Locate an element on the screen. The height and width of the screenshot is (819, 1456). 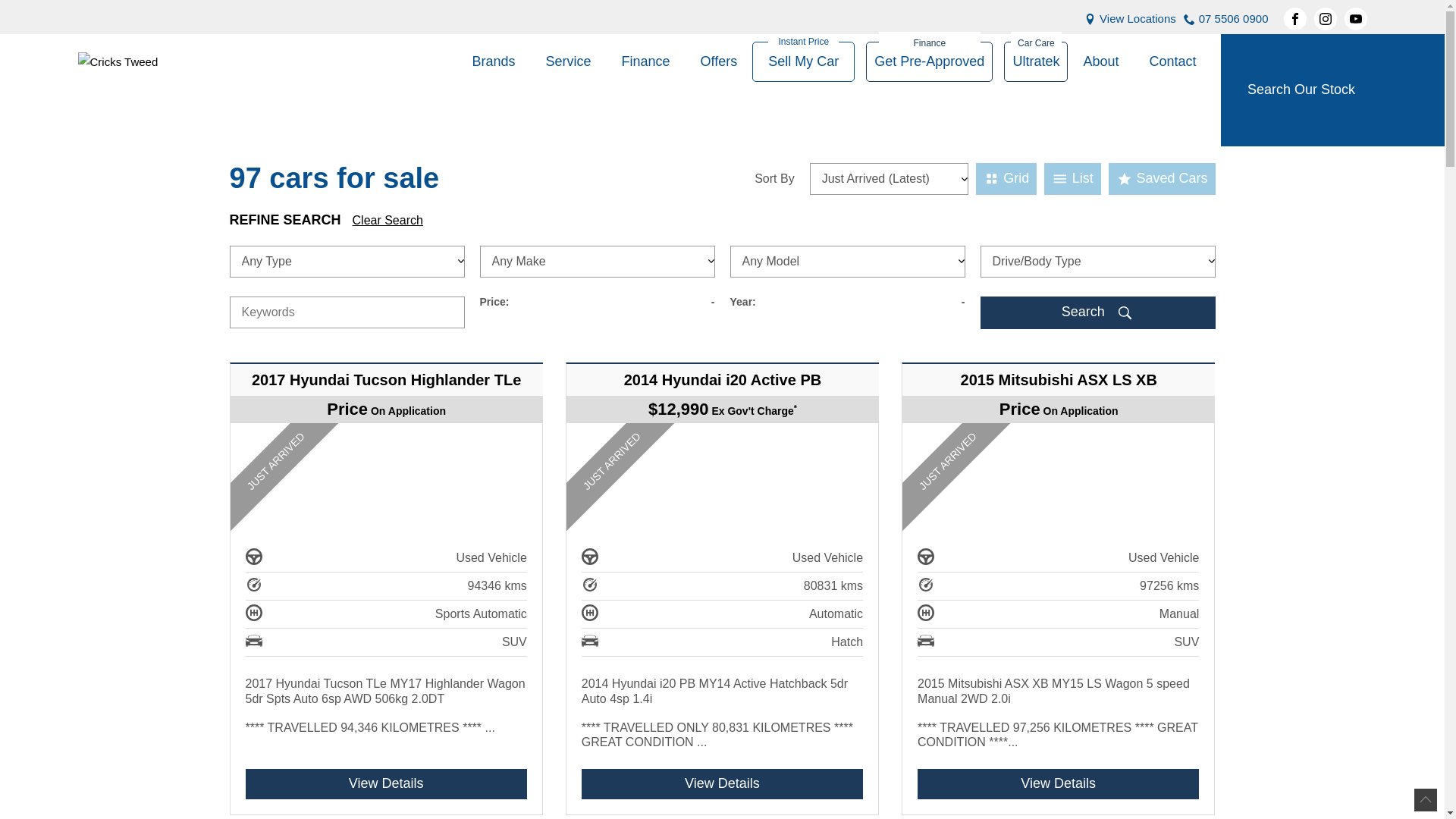
'Offers' is located at coordinates (718, 61).